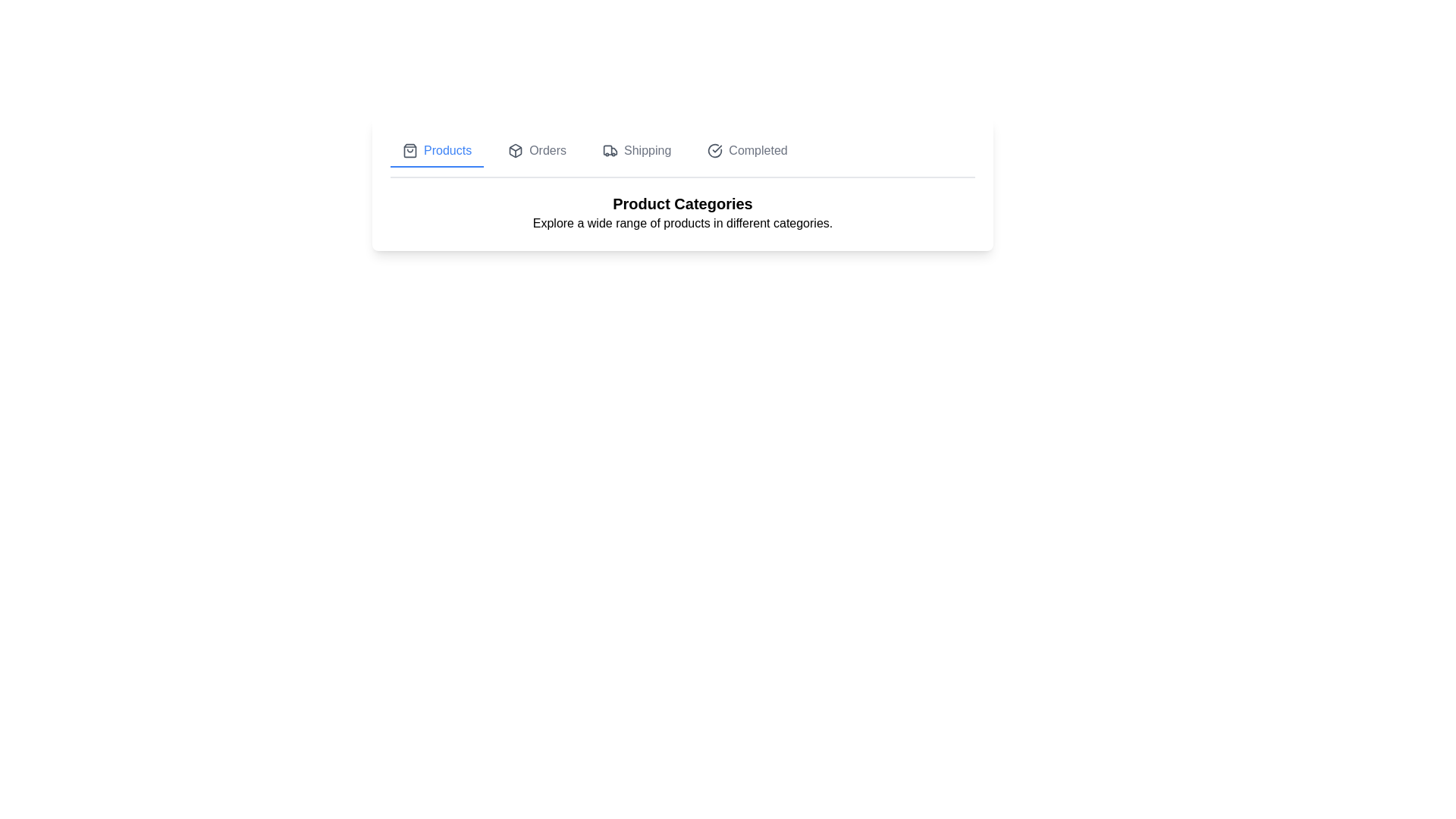  I want to click on the menu item that navigates to the orders section of the application using the keyboard, so click(537, 152).